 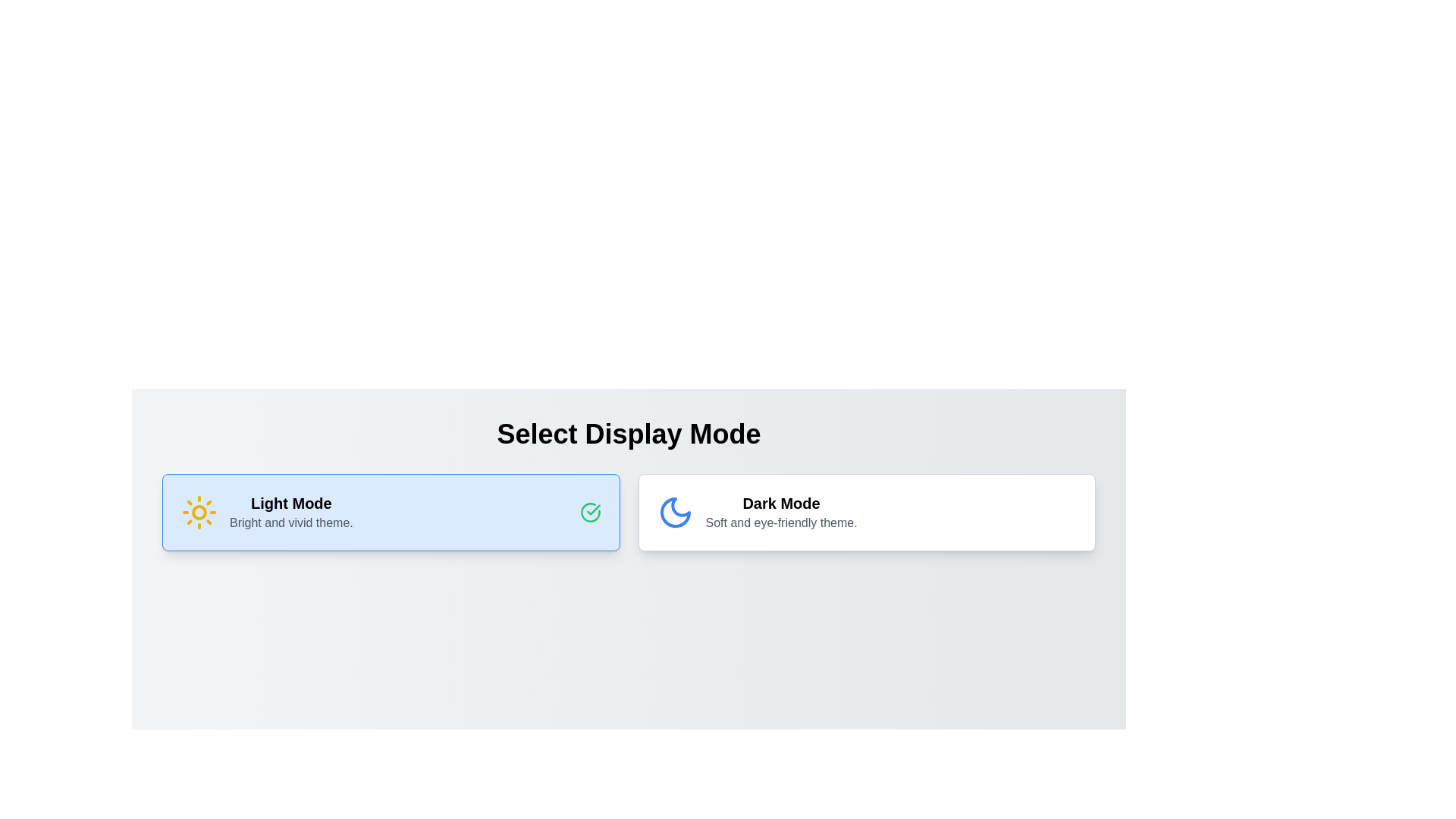 I want to click on the blue moon icon with a curved crescent shape located in the 'Dark Mode' card under 'Select Display Mode.', so click(x=674, y=512).